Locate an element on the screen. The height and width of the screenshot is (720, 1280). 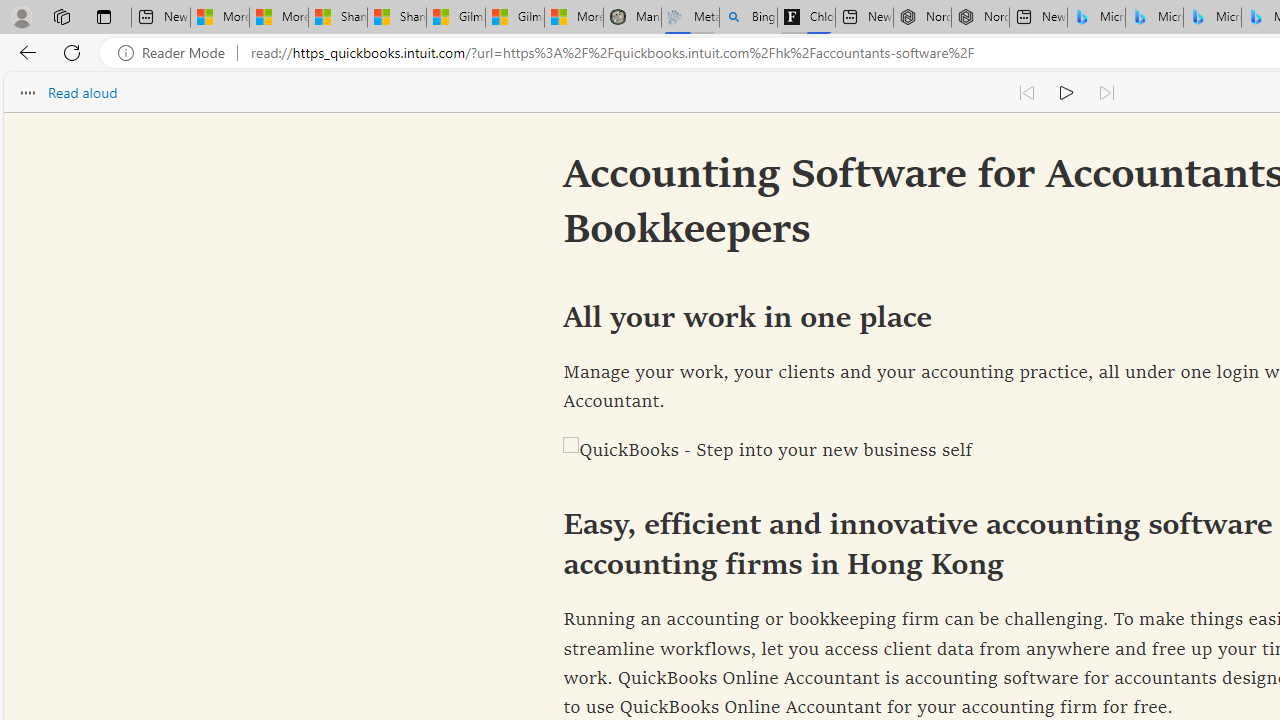
'Manatee Mortality Statistics | FWC' is located at coordinates (631, 17).